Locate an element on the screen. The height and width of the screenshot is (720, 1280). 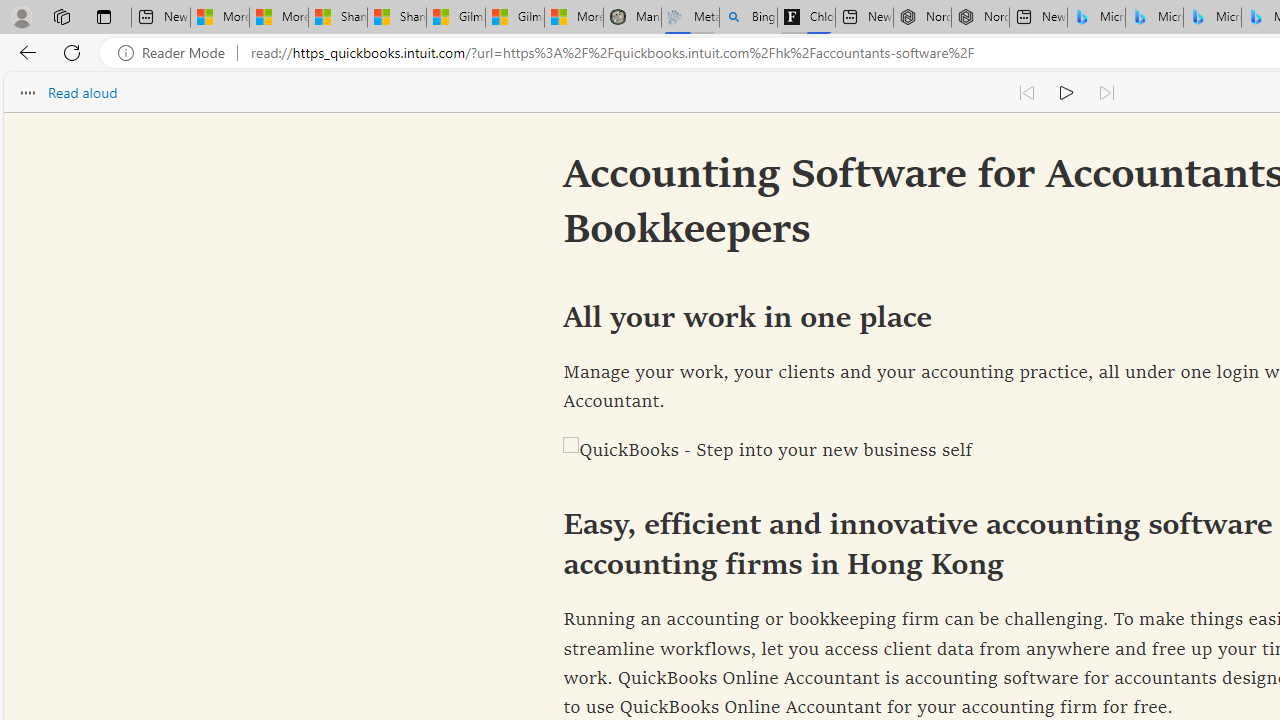
'Manatee Mortality Statistics | FWC' is located at coordinates (631, 17).